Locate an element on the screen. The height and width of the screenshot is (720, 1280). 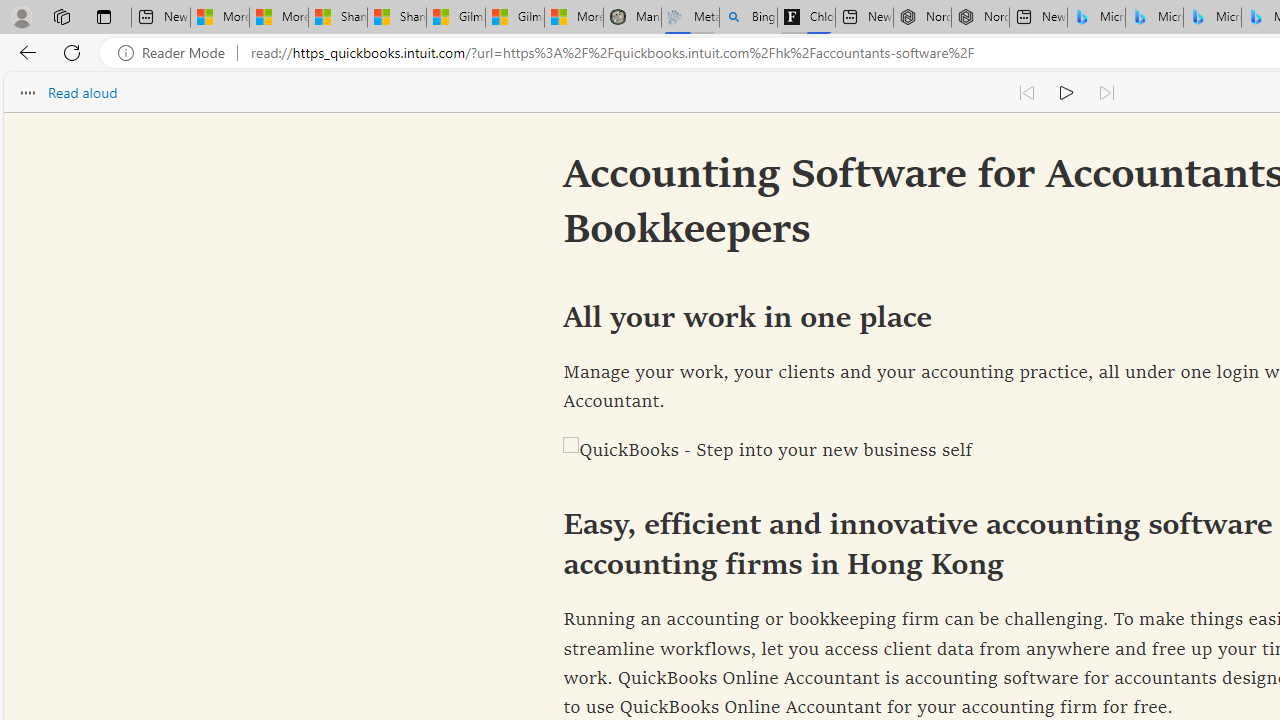
'Manatee Mortality Statistics | FWC' is located at coordinates (631, 17).